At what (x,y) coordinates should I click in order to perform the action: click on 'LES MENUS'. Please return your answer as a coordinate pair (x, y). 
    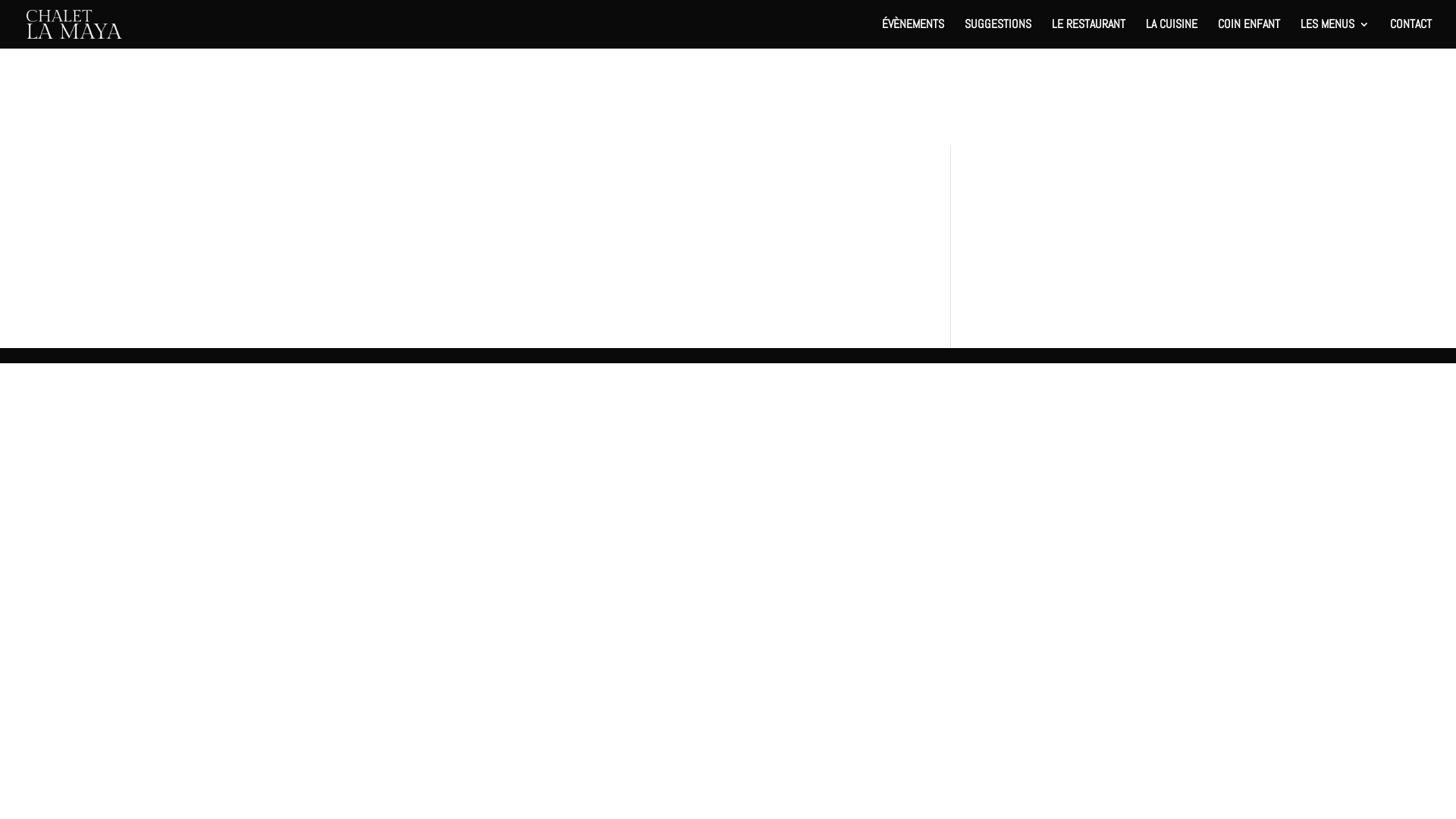
    Looking at the image, I should click on (1335, 33).